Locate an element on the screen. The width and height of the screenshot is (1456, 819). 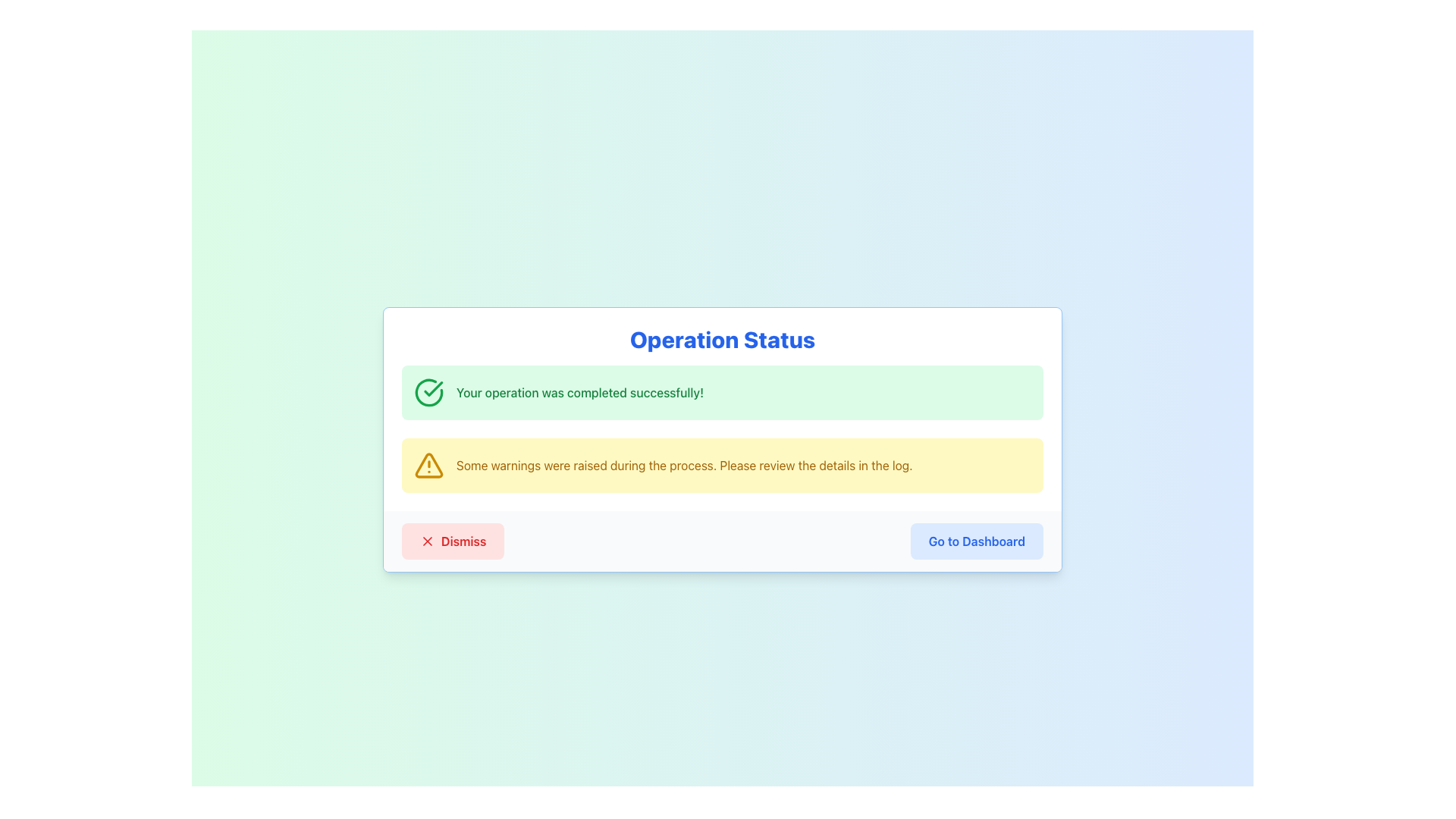
the success completion icon located at the leftmost side of the green notification banner at the top of the message group is located at coordinates (428, 391).